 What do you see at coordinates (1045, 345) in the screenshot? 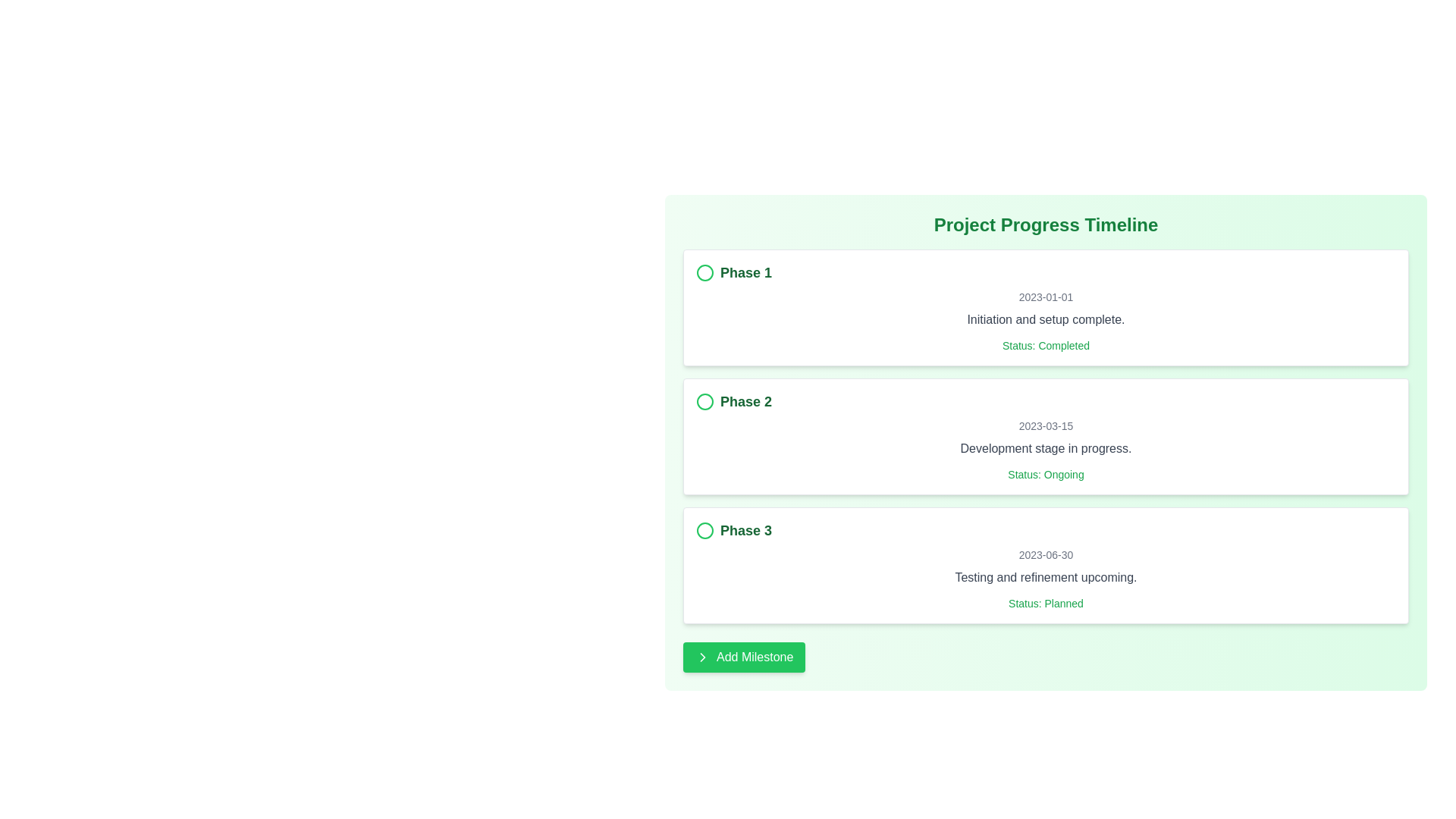
I see `the text label that displays 'Status: Completed' to possibly reveal more information` at bounding box center [1045, 345].